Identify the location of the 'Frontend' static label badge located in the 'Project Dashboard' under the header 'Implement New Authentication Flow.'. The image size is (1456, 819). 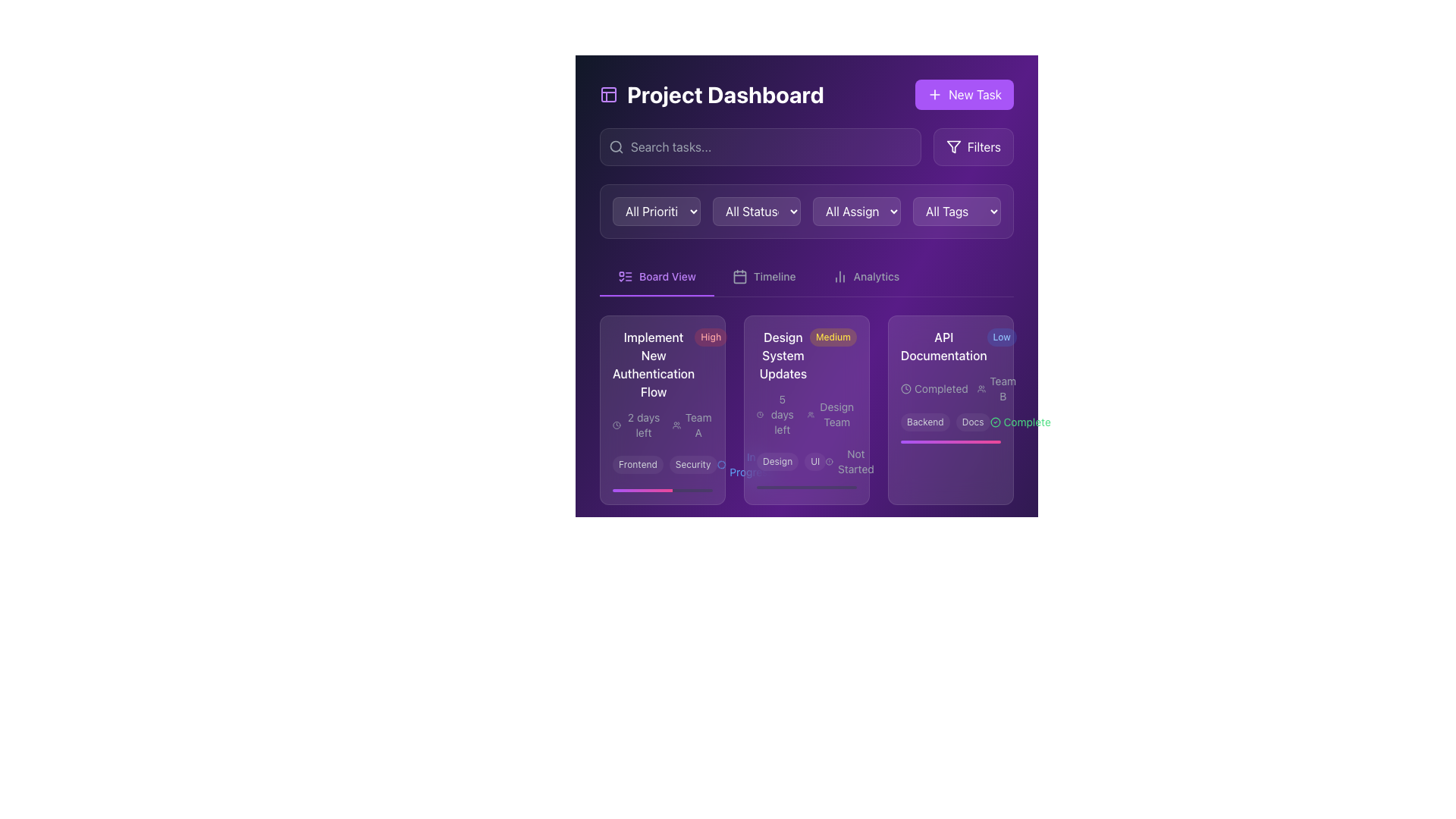
(638, 464).